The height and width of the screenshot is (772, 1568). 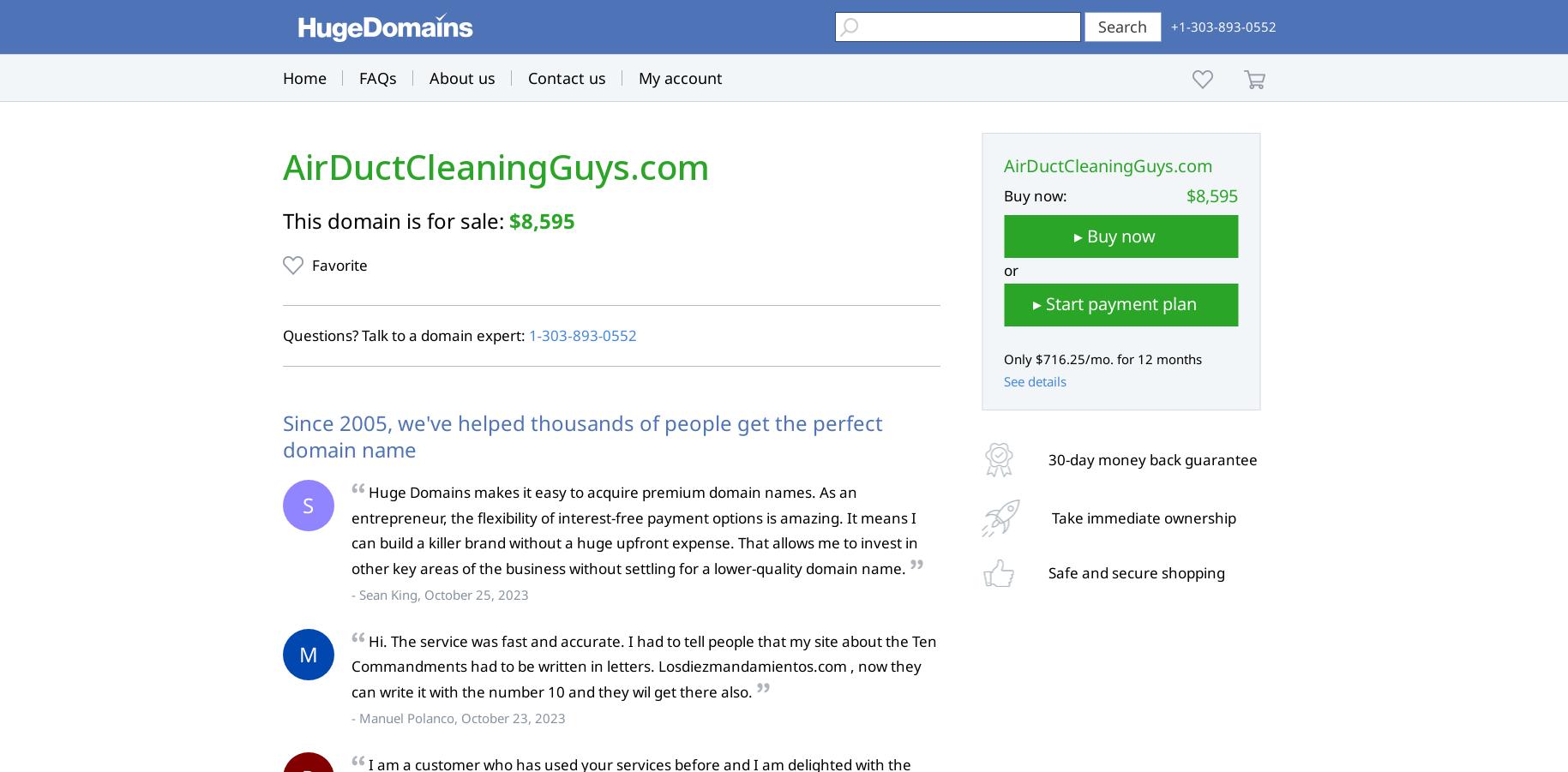 I want to click on '+1-303-893-0552', so click(x=1222, y=25).